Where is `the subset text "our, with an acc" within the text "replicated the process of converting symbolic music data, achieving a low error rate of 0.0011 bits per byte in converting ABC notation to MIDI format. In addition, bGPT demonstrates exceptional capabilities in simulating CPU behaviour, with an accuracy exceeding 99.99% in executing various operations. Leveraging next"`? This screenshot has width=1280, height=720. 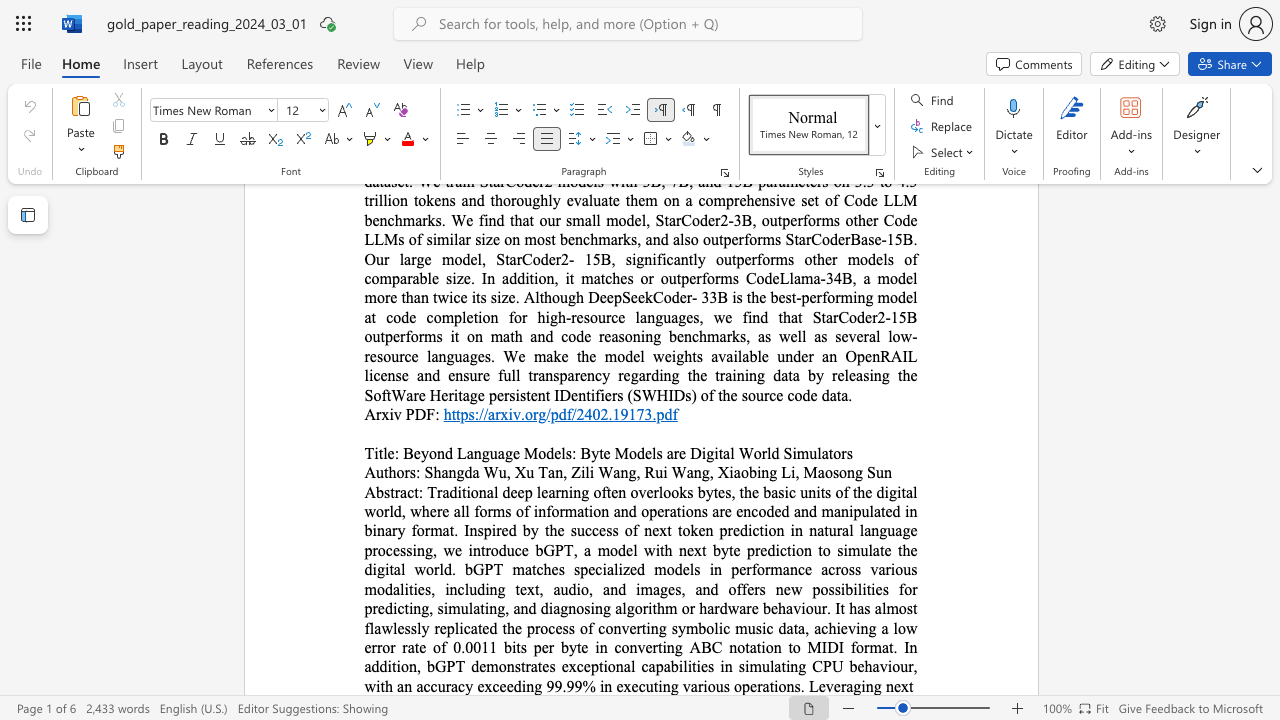 the subset text "our, with an acc" within the text "replicated the process of converting symbolic music data, achieving a low error rate of 0.0011 bits per byte in converting ABC notation to MIDI format. In addition, bGPT demonstrates exceptional capabilities in simulating CPU behaviour, with an accuracy exceeding 99.99% in executing various operations. Leveraging next" is located at coordinates (891, 666).